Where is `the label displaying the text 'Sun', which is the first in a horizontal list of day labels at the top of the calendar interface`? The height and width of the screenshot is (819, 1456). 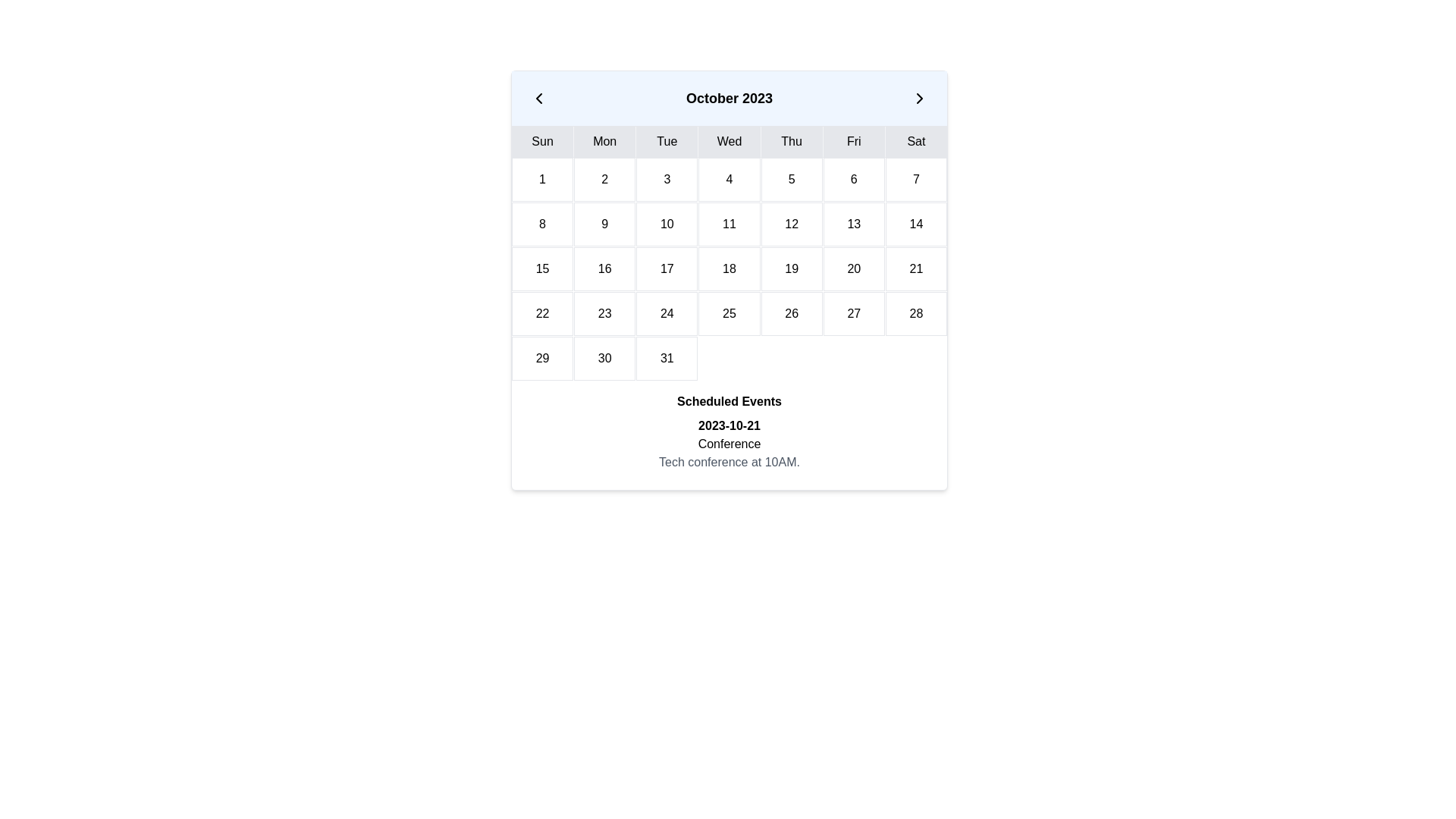 the label displaying the text 'Sun', which is the first in a horizontal list of day labels at the top of the calendar interface is located at coordinates (542, 141).